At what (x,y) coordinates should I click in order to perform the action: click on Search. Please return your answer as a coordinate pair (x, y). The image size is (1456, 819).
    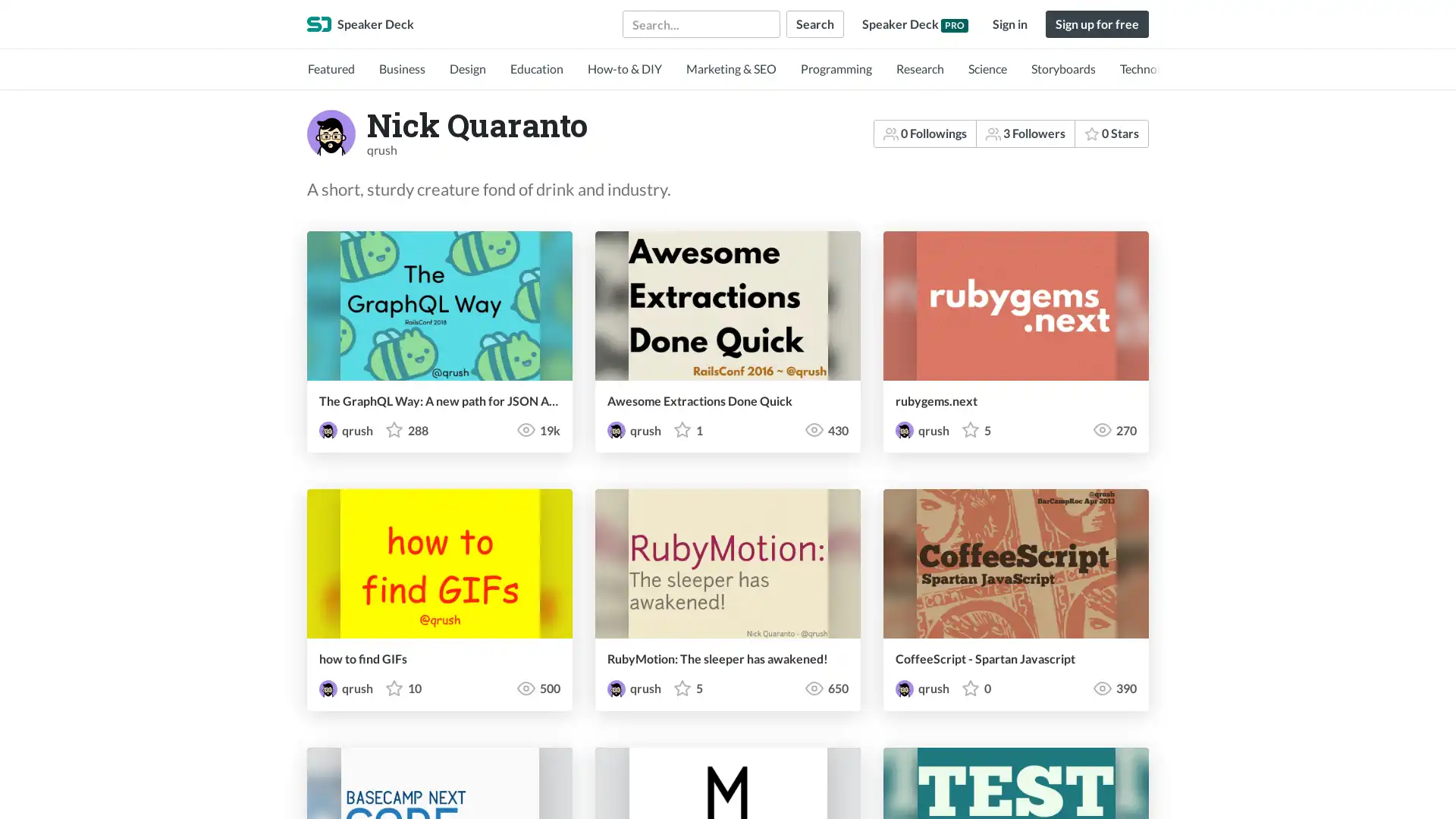
    Looking at the image, I should click on (814, 24).